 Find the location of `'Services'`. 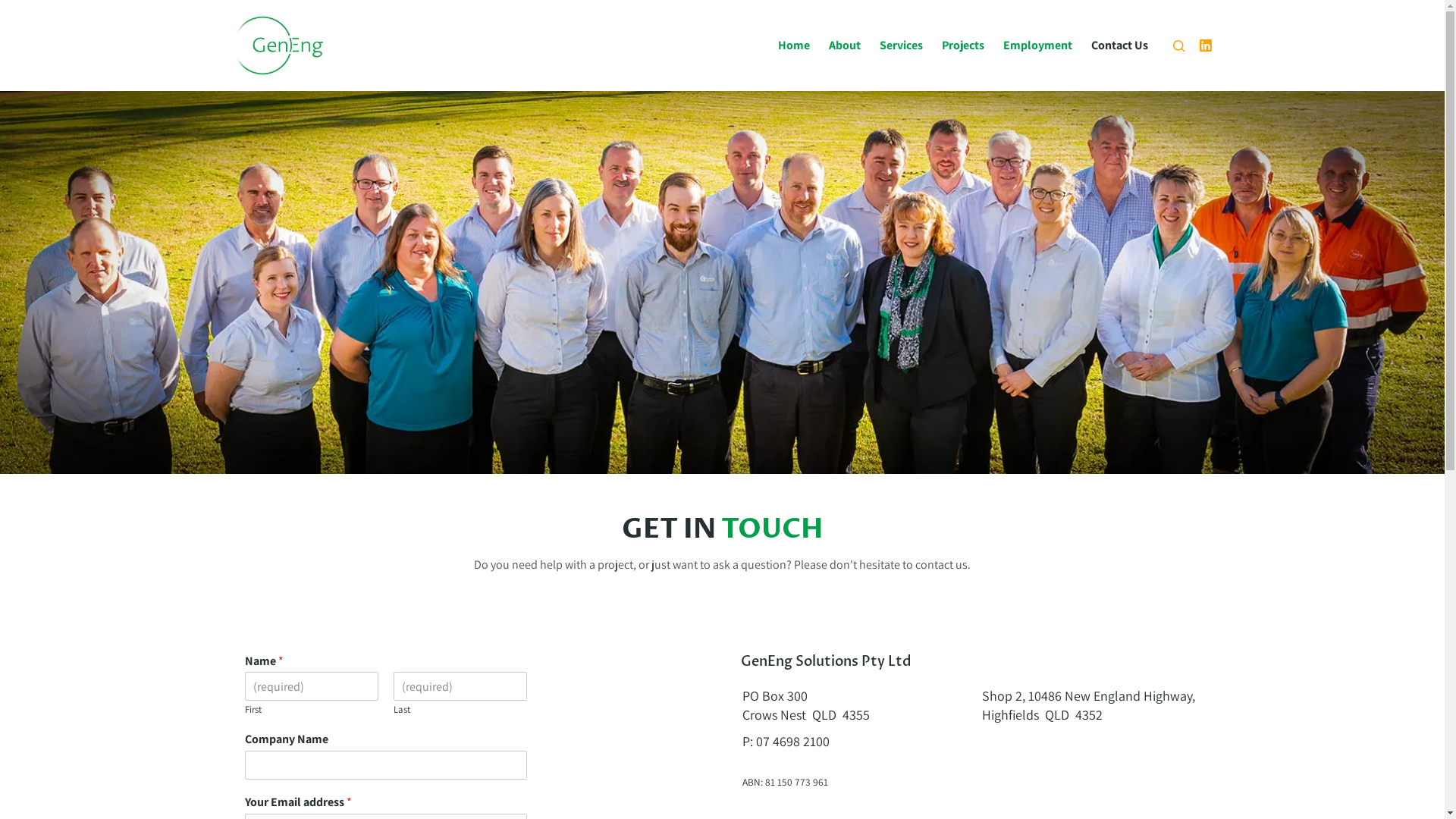

'Services' is located at coordinates (902, 45).